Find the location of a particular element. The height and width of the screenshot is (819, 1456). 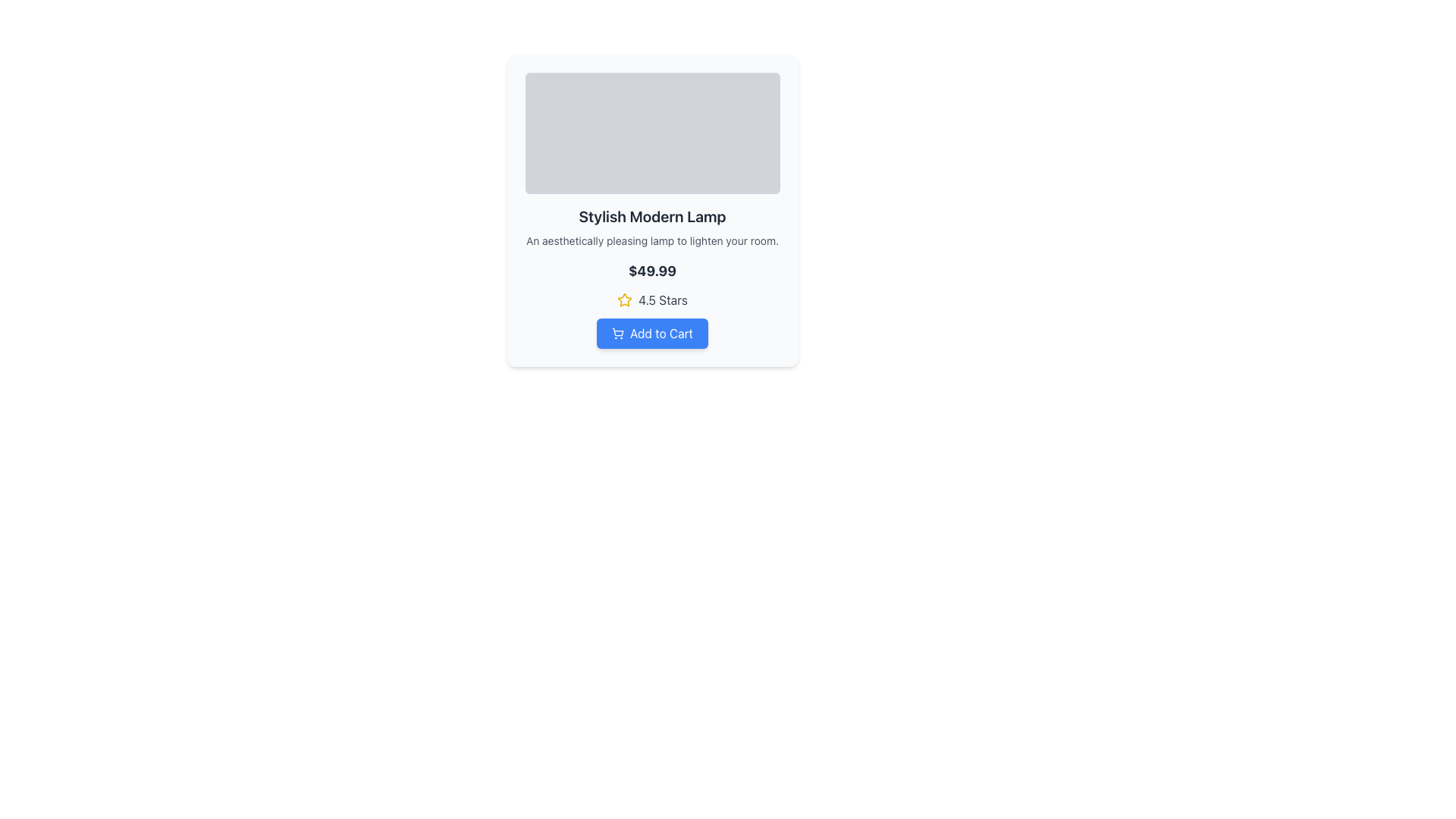

the Card Component featuring a light gray background, with an 'Add to Cart' button at the bottom, to trigger additional effects is located at coordinates (652, 210).